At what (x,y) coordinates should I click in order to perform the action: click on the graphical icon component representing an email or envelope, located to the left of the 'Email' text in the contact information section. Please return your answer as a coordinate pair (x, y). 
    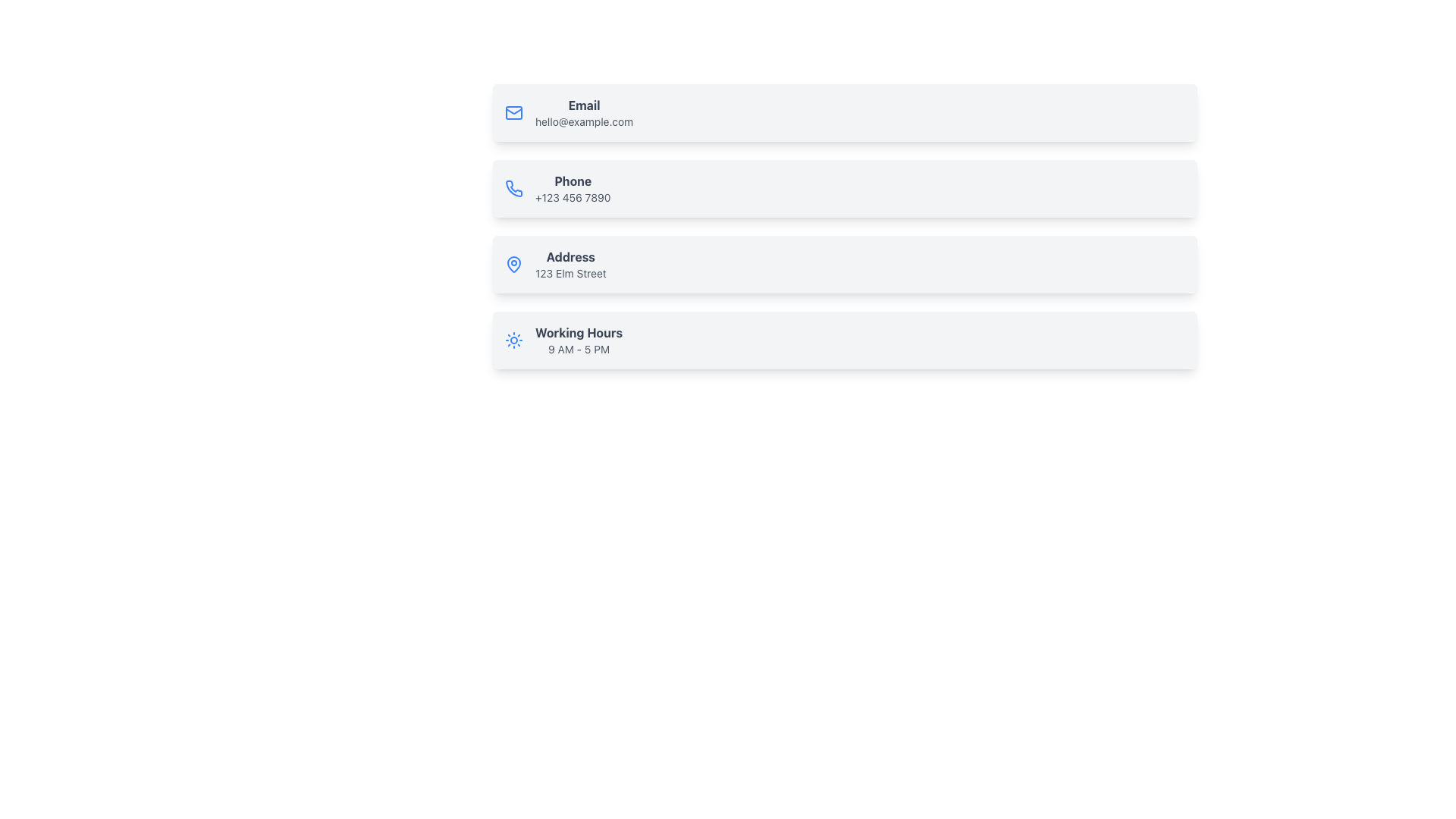
    Looking at the image, I should click on (513, 112).